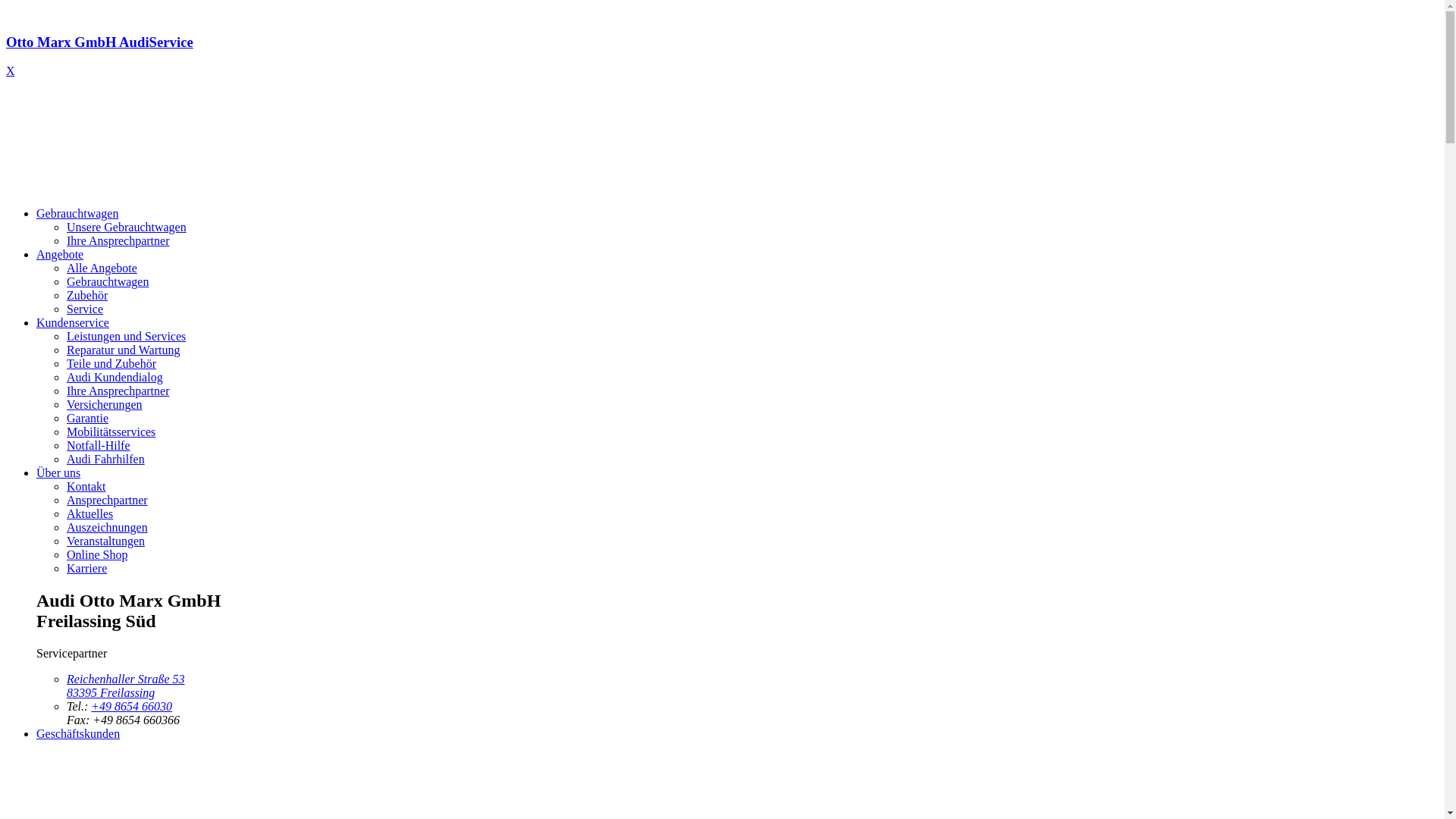 Image resolution: width=1456 pixels, height=819 pixels. Describe the element at coordinates (114, 376) in the screenshot. I see `'Audi Kundendialog'` at that location.